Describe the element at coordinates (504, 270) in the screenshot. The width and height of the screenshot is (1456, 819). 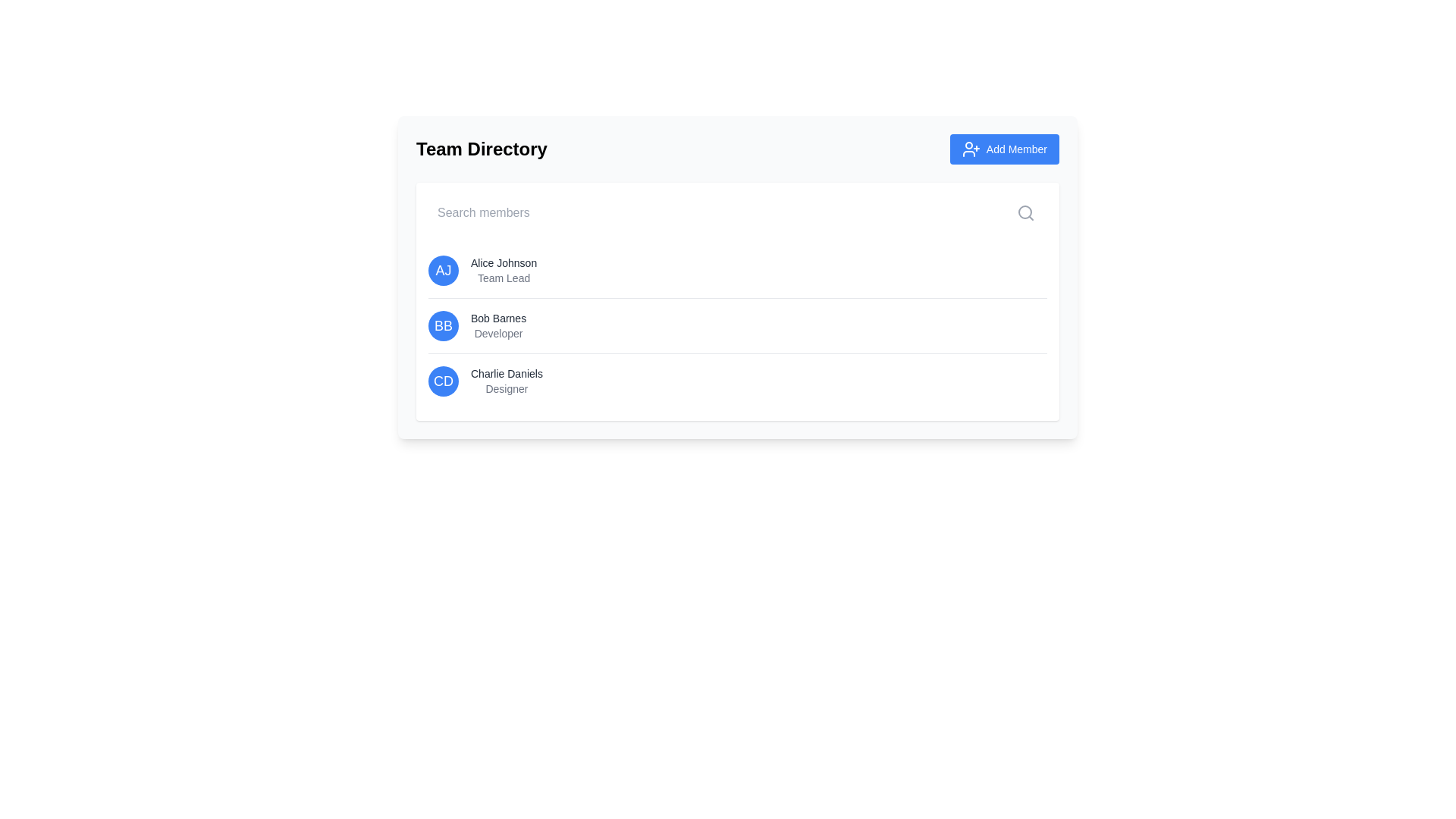
I see `the text block displaying 'Alice Johnson' and 'Team Lead'` at that location.